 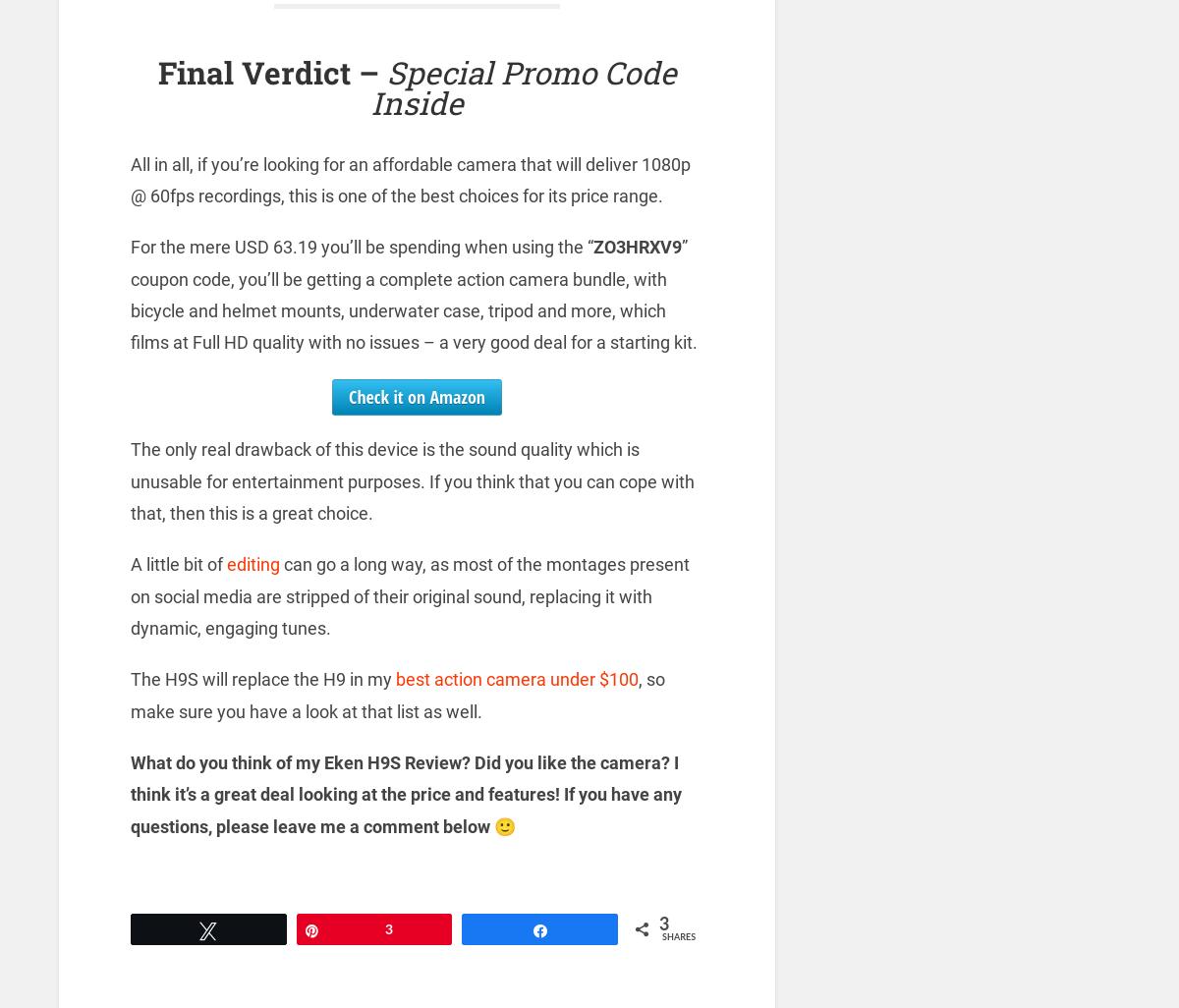 I want to click on 'The H9S will replace the H9 in my', so click(x=261, y=678).